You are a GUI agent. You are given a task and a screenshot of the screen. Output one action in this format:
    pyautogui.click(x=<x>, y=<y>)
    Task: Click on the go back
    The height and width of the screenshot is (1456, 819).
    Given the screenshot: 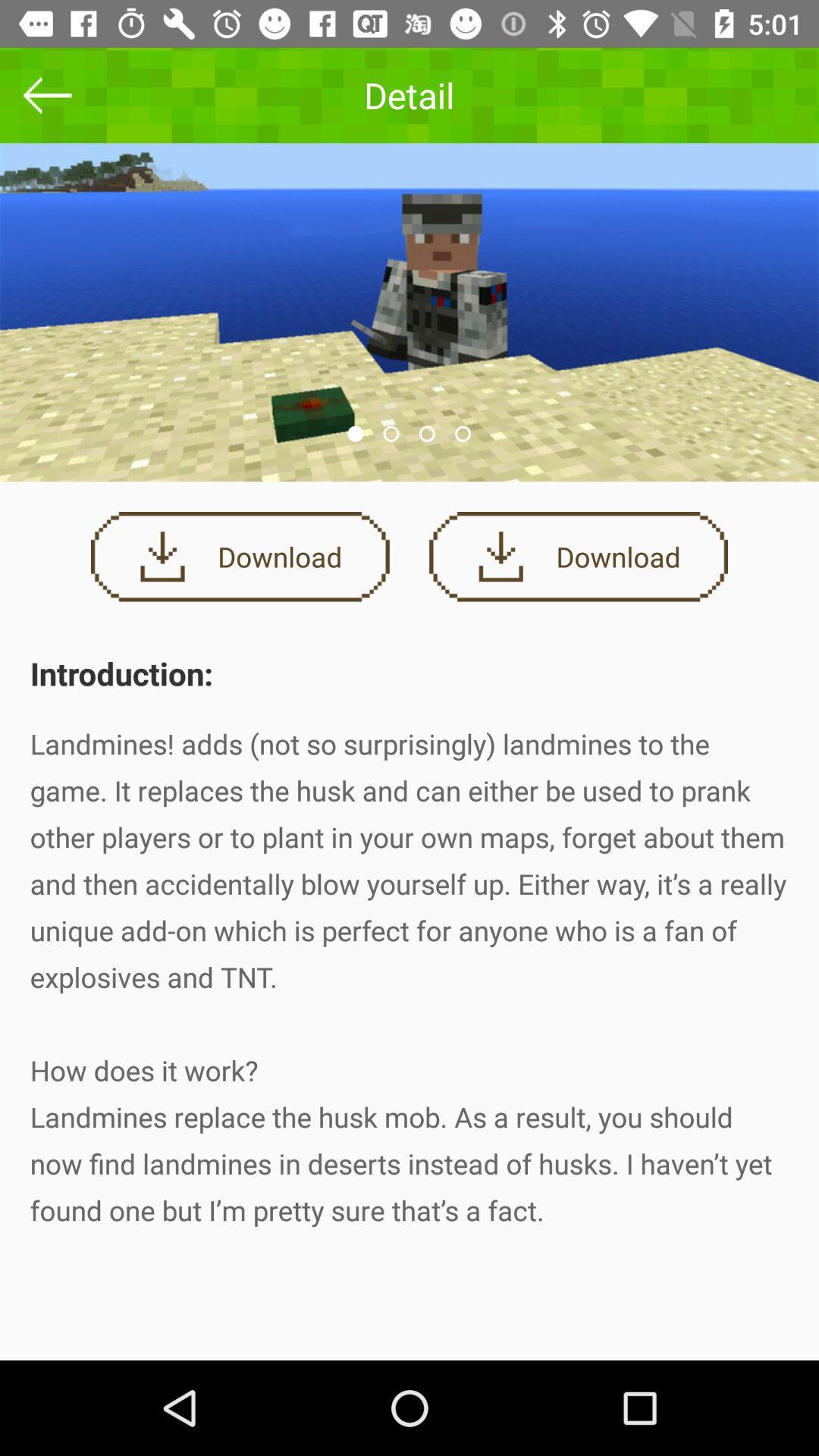 What is the action you would take?
    pyautogui.click(x=46, y=94)
    